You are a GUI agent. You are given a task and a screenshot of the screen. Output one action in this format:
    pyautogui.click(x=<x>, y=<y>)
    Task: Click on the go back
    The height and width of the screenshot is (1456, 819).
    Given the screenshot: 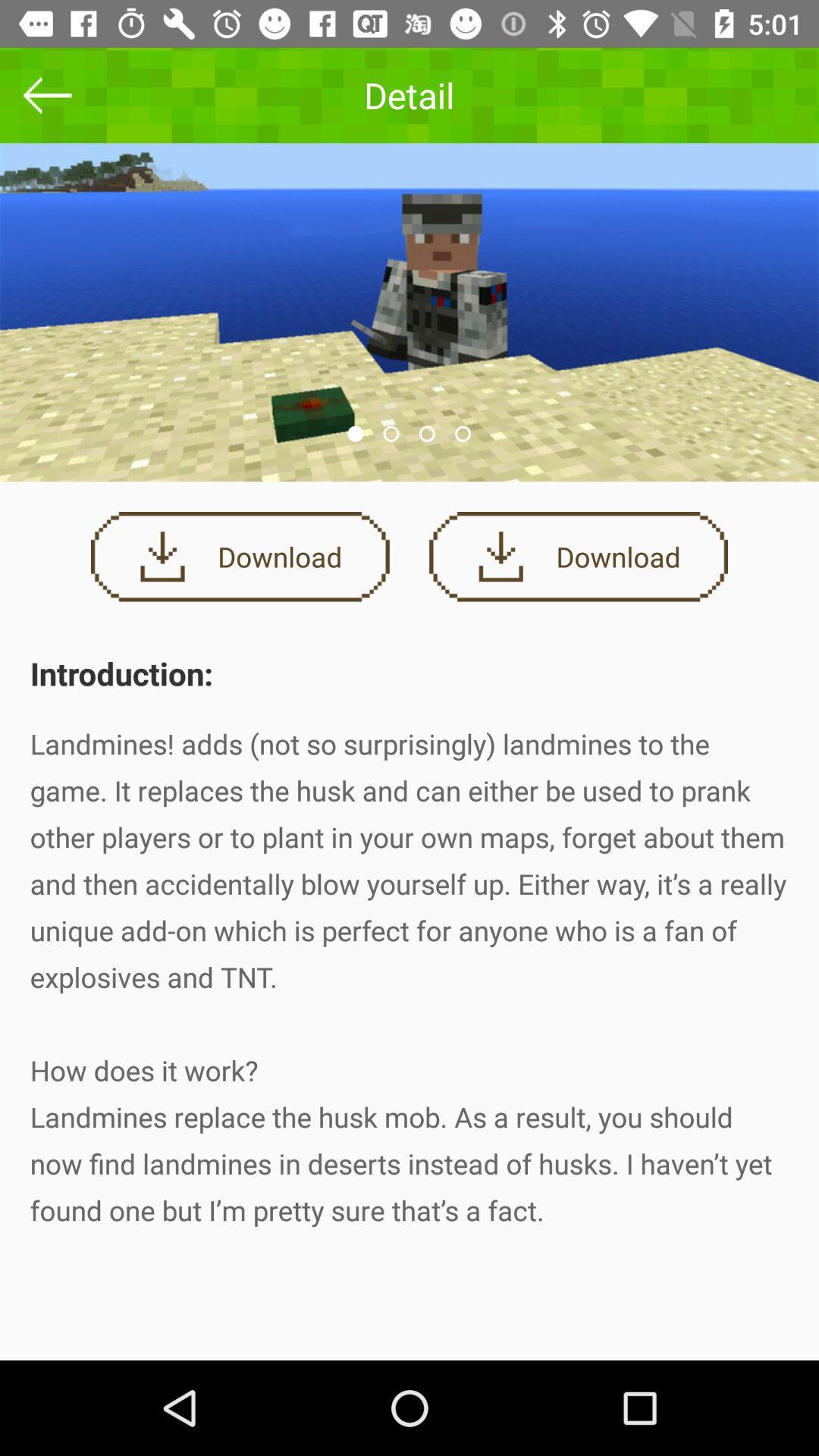 What is the action you would take?
    pyautogui.click(x=46, y=94)
    